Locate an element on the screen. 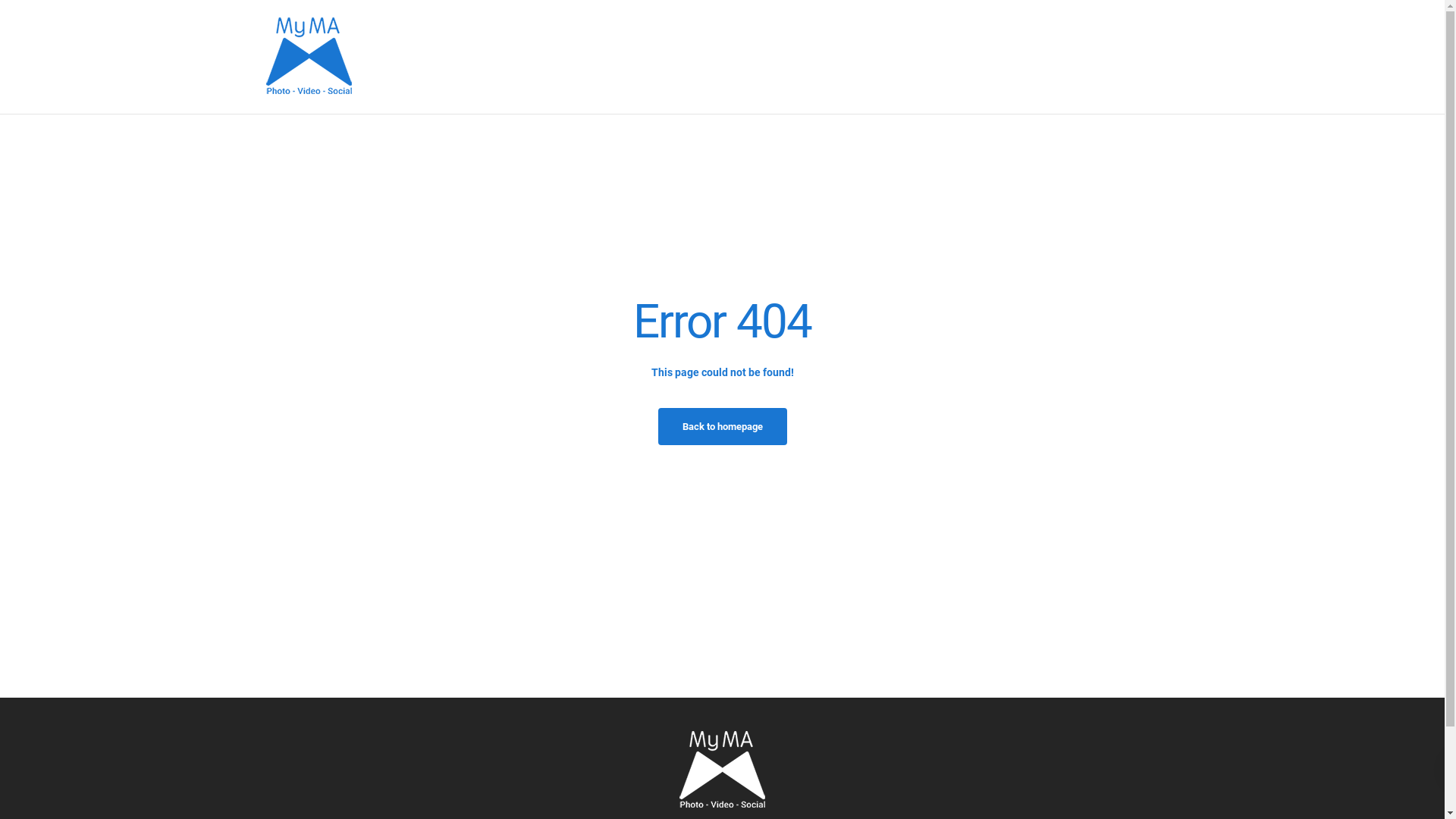  'Back to homepage' is located at coordinates (722, 426).